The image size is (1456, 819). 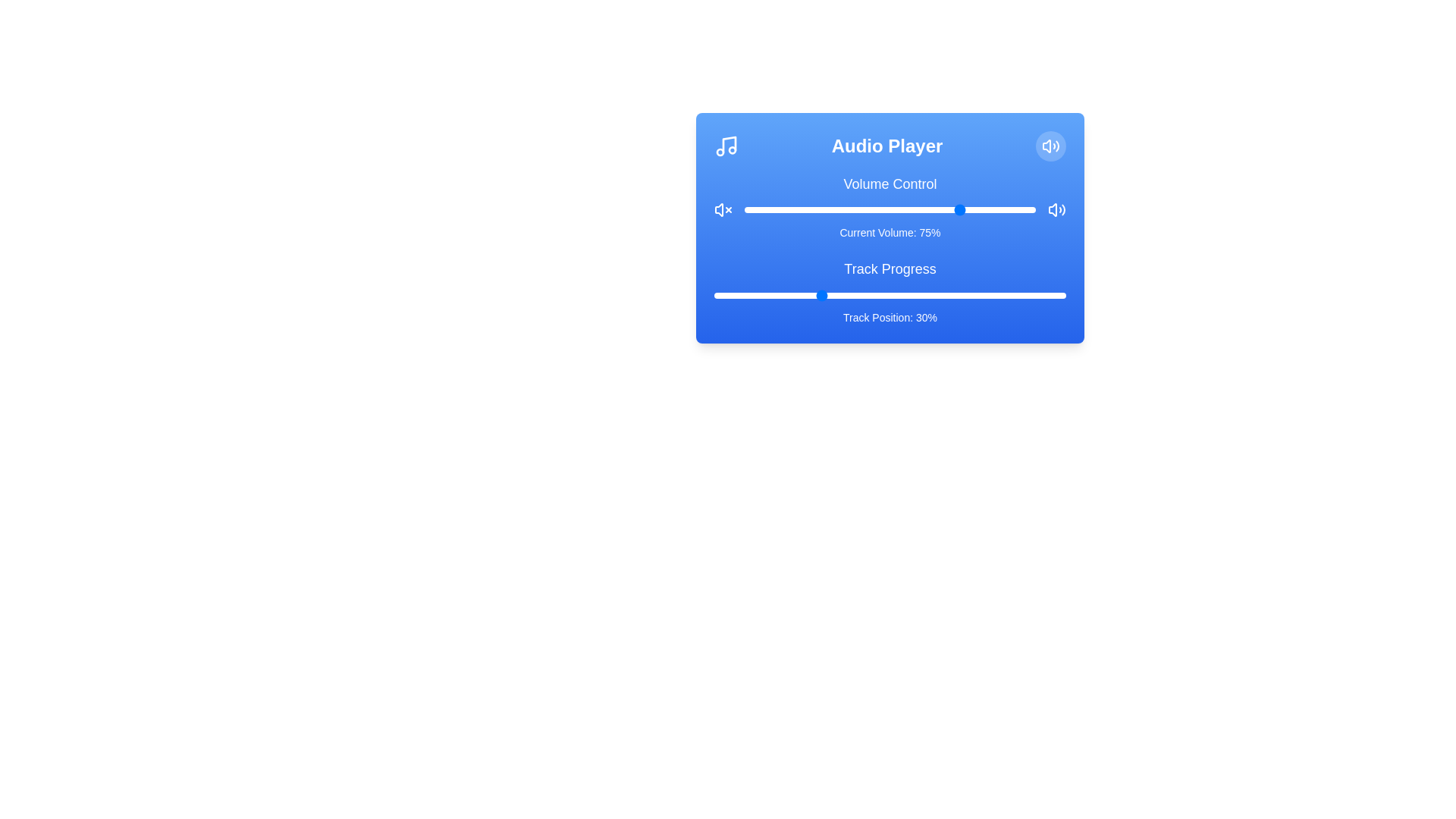 What do you see at coordinates (783, 207) in the screenshot?
I see `volume` at bounding box center [783, 207].